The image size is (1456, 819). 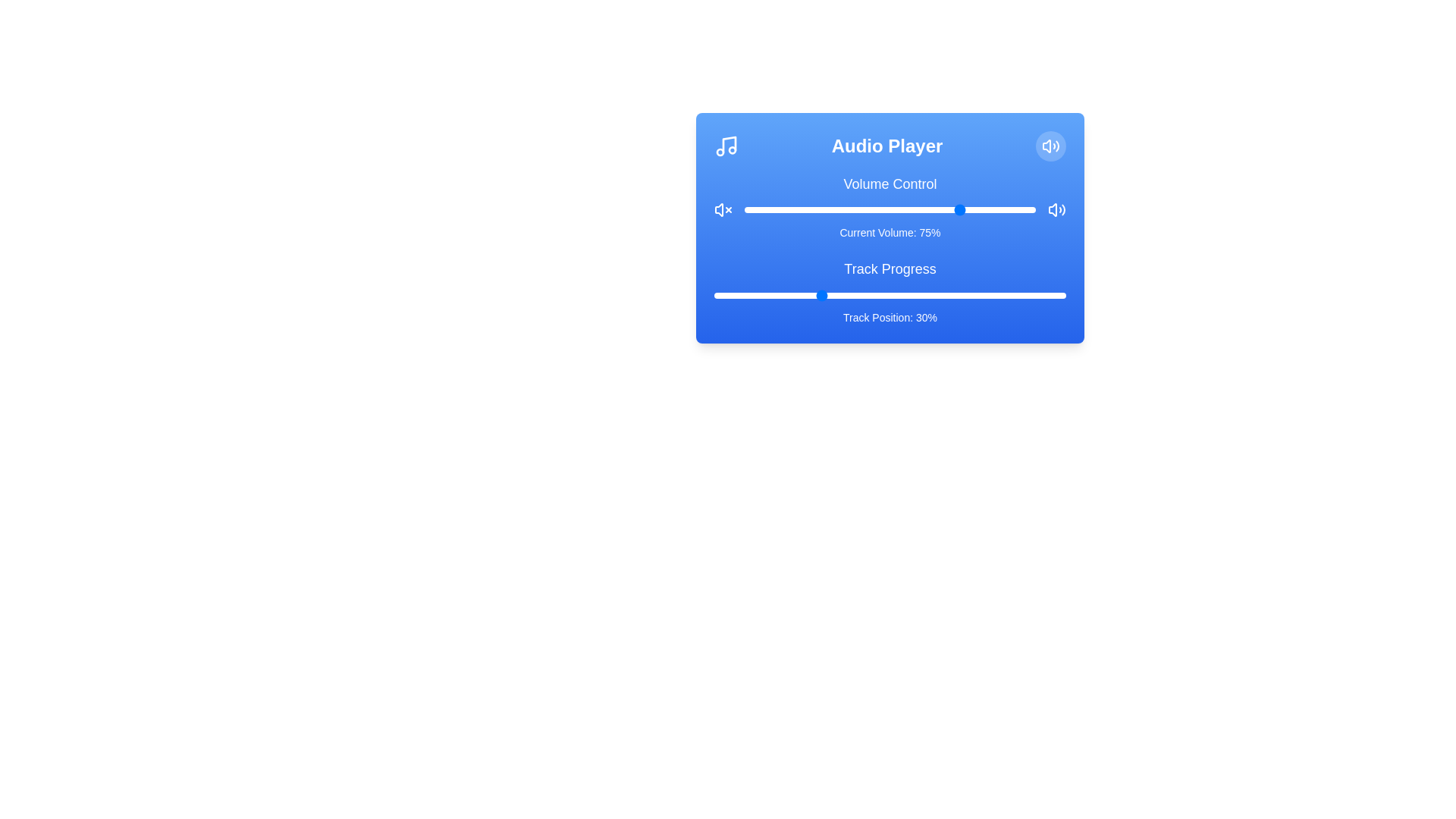 What do you see at coordinates (783, 207) in the screenshot?
I see `volume` at bounding box center [783, 207].